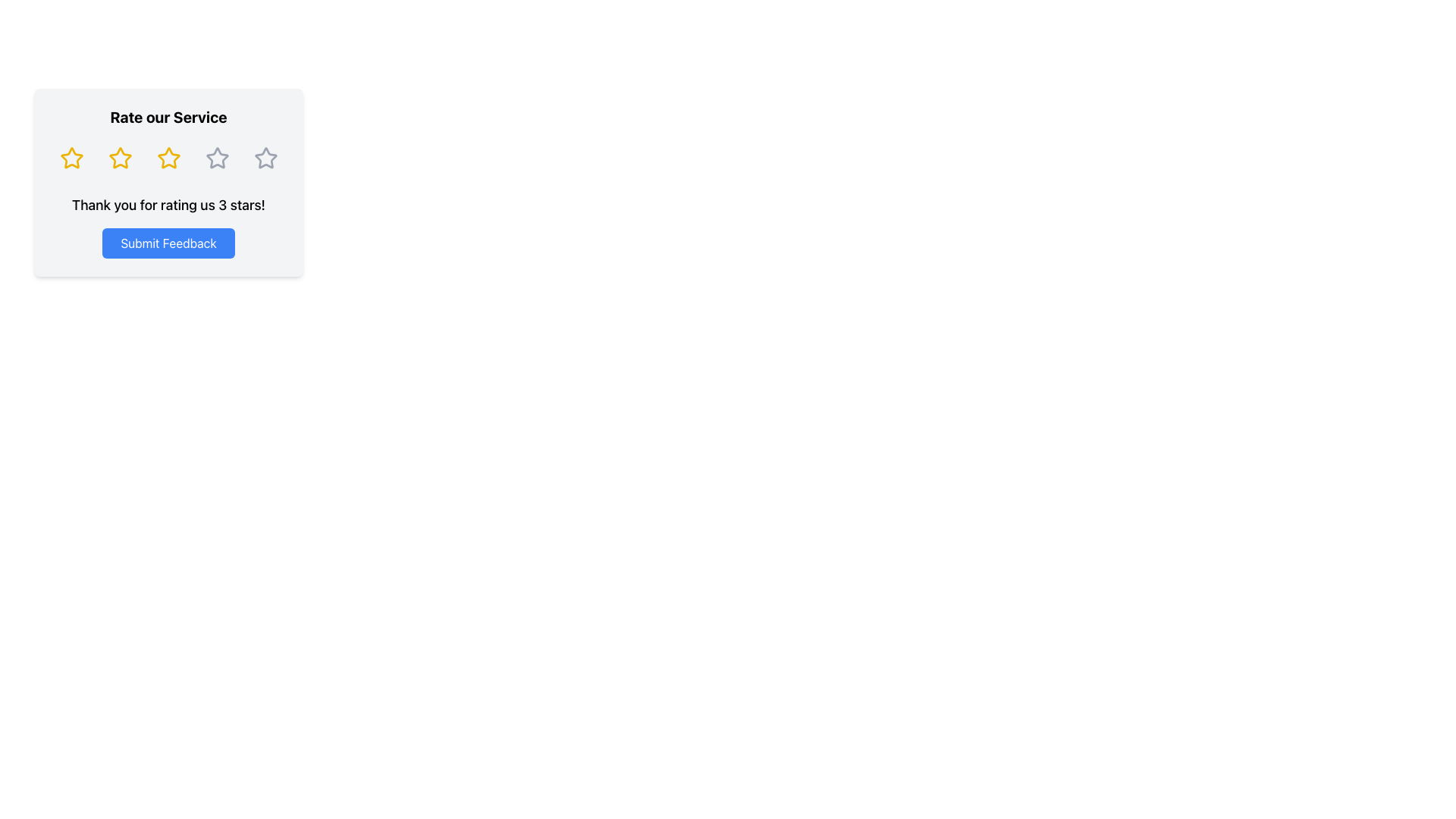 This screenshot has height=819, width=1456. What do you see at coordinates (168, 205) in the screenshot?
I see `the text label that acknowledges the user's rating of 3 stars, which is positioned above the 'Submit Feedback' button` at bounding box center [168, 205].